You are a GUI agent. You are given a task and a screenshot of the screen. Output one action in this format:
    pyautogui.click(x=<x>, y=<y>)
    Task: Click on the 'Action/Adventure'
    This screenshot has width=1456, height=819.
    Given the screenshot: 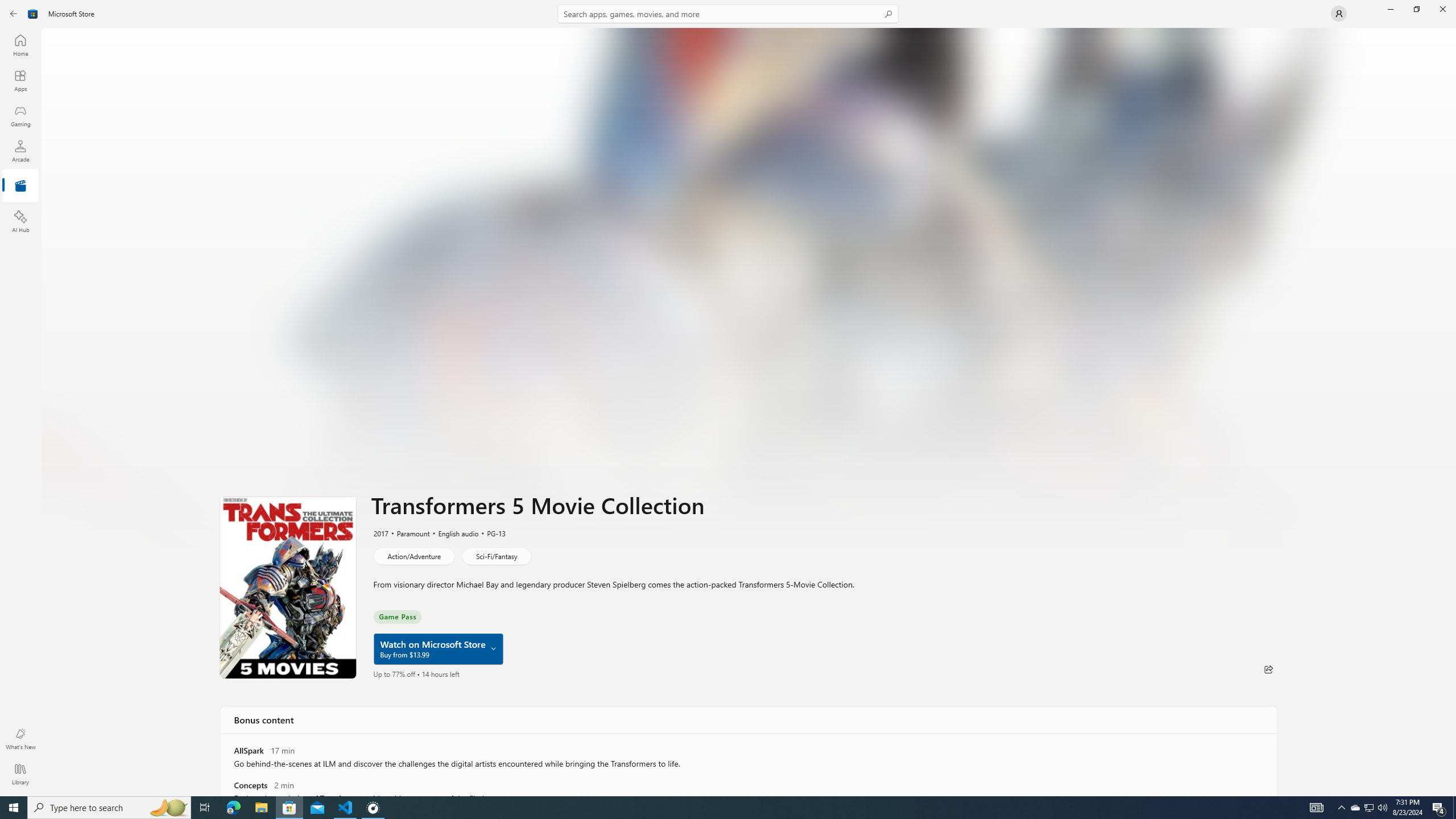 What is the action you would take?
    pyautogui.click(x=413, y=555)
    